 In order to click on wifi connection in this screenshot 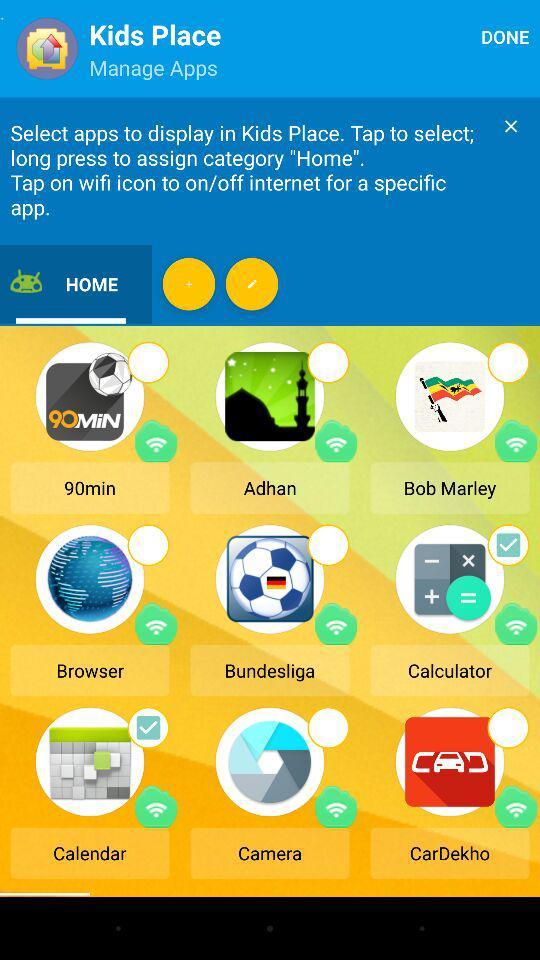, I will do `click(155, 806)`.